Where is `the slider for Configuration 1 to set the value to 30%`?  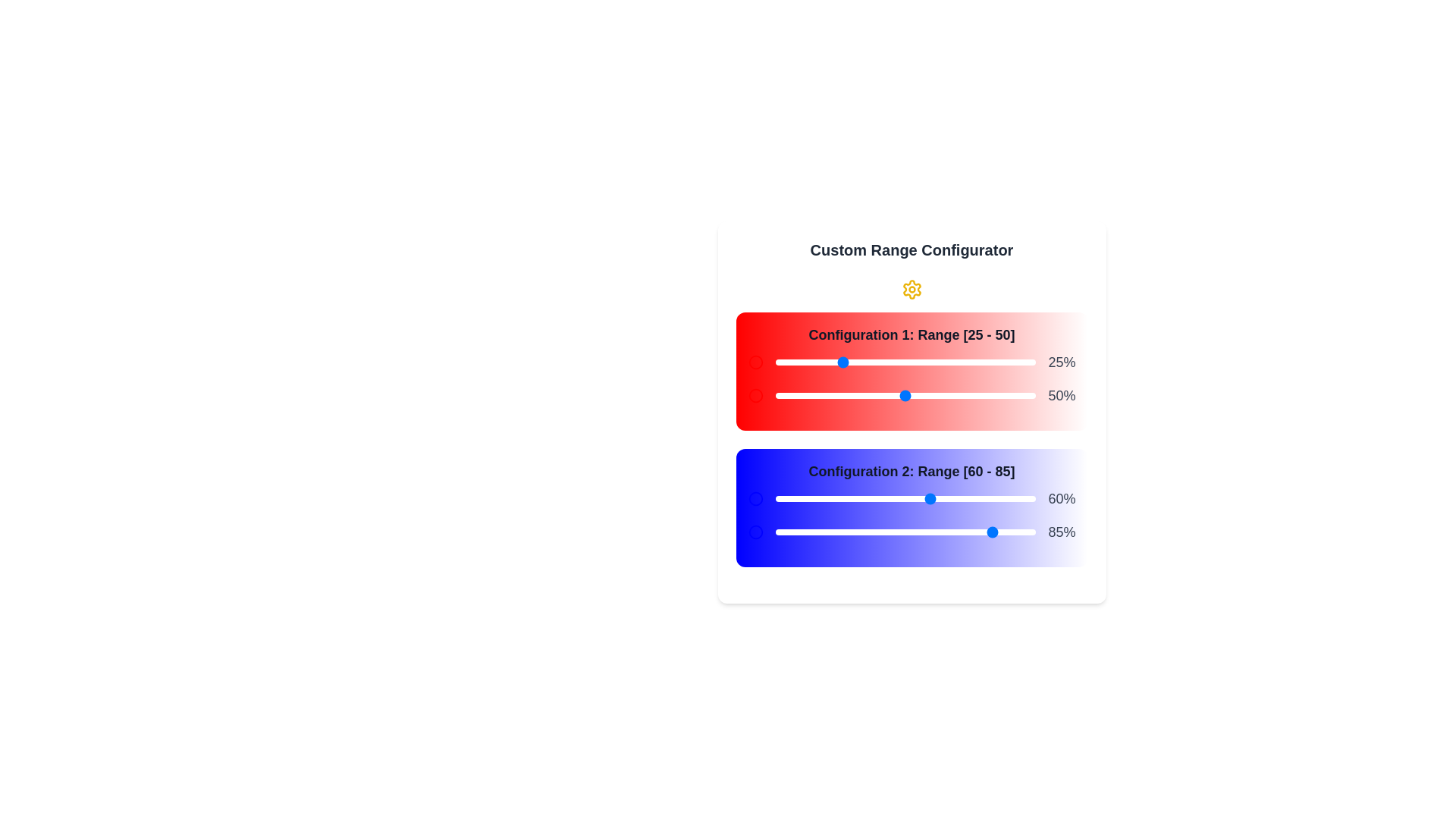 the slider for Configuration 1 to set the value to 30% is located at coordinates (853, 362).